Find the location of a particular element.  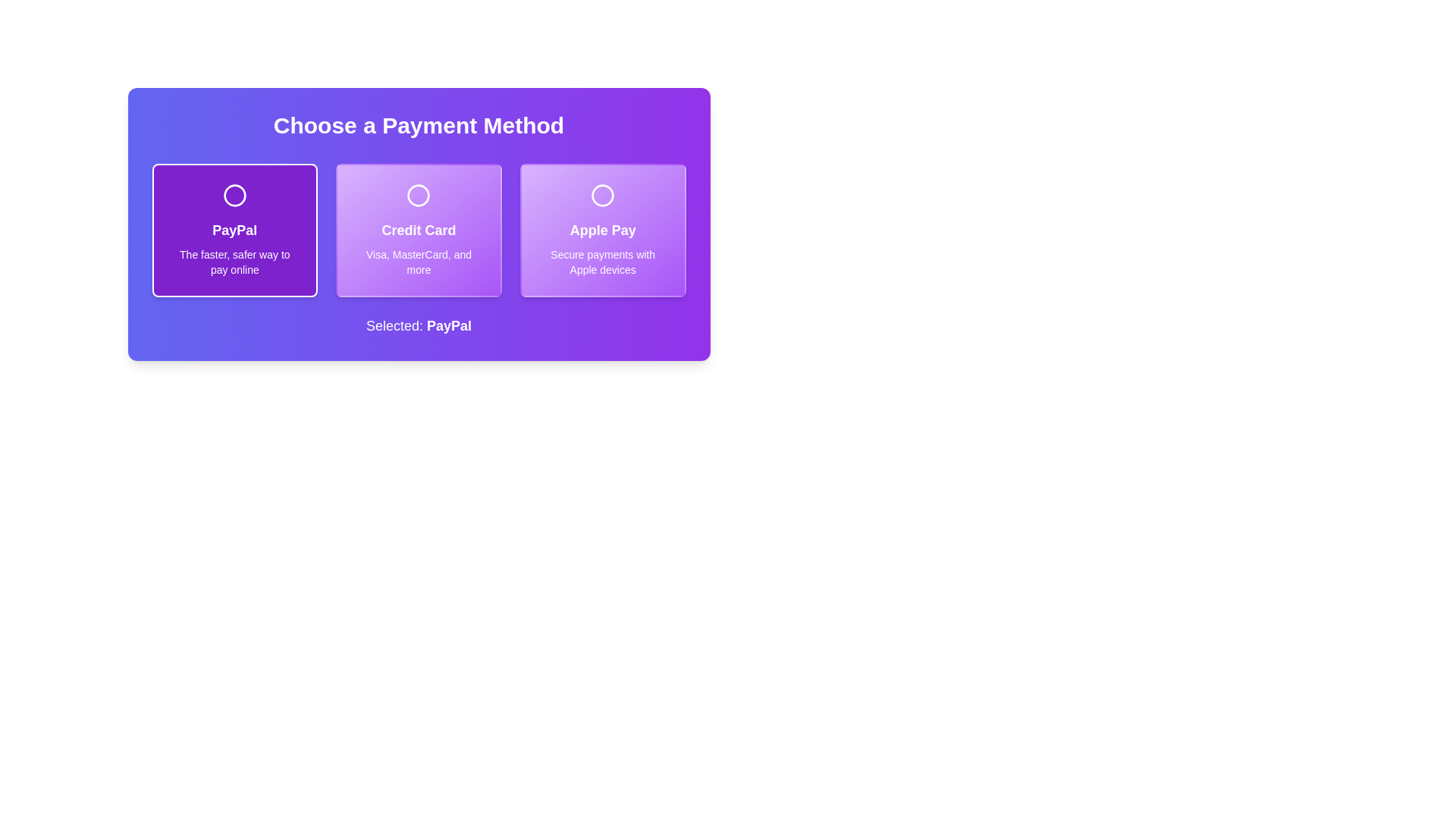

the 'Apple Pay' button, which is a rectangular card with a gradient purple background and a white circular icon at the top is located at coordinates (602, 231).